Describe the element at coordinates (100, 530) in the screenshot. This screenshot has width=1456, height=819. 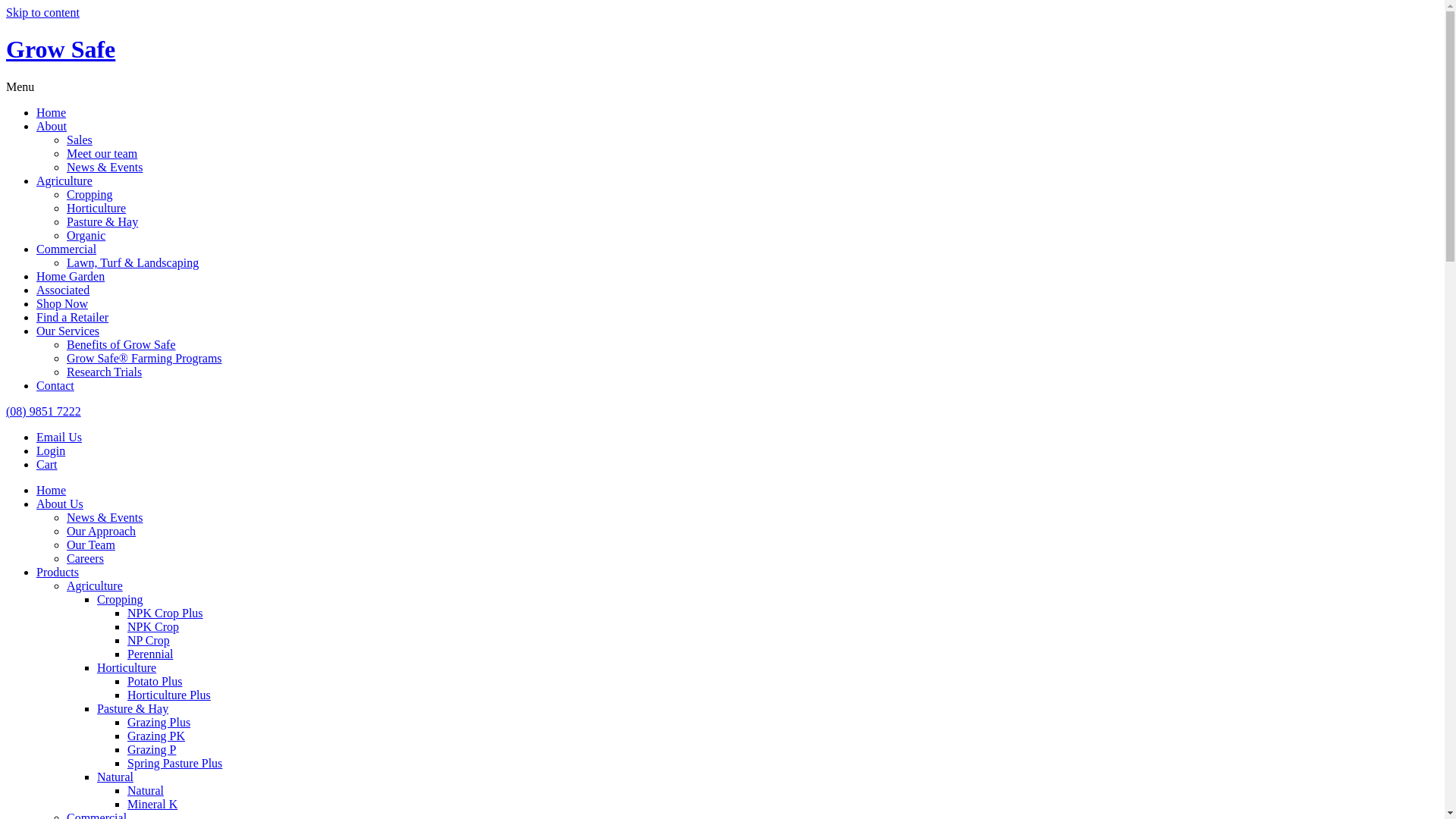
I see `'Our Approach'` at that location.